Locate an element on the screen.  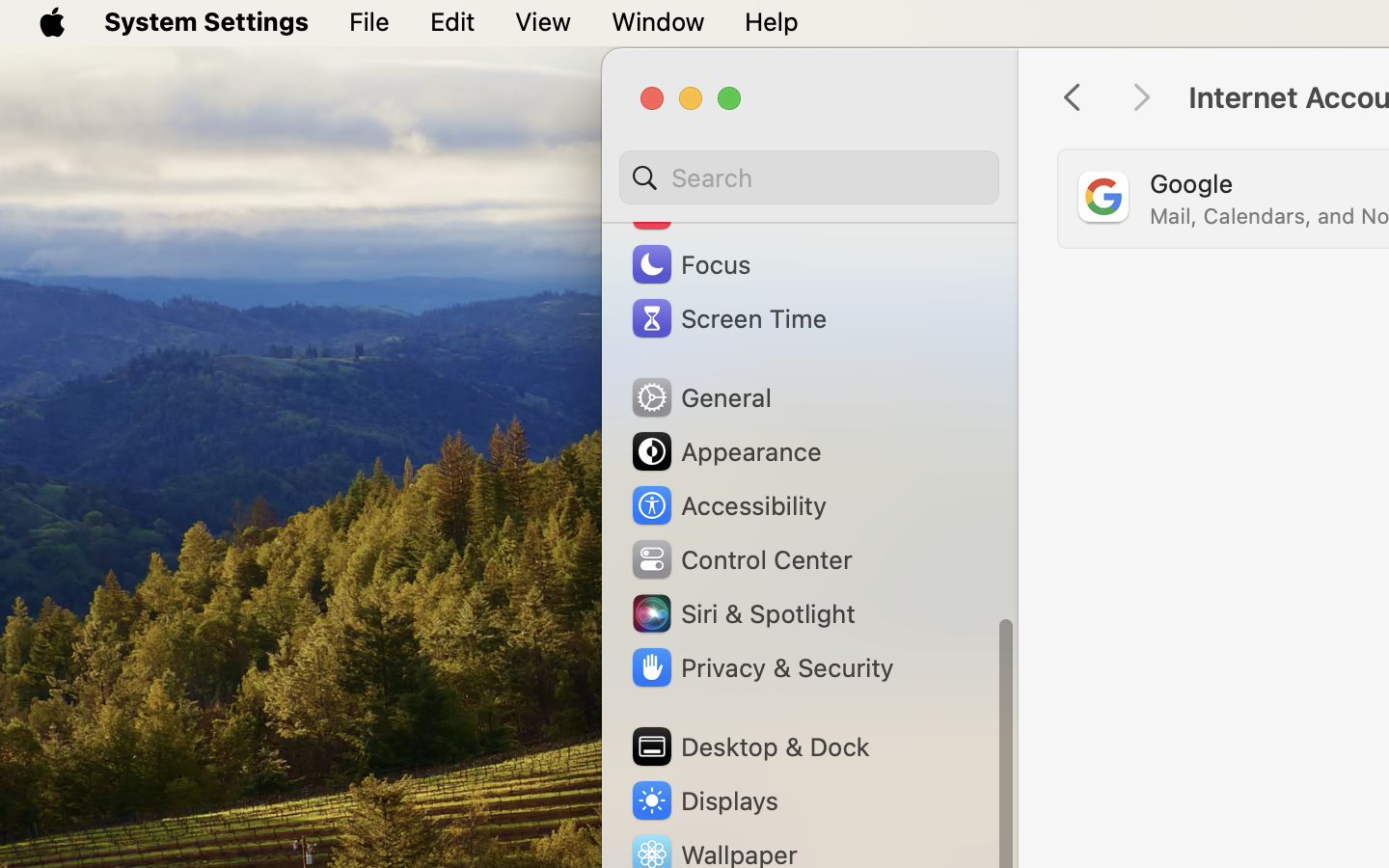
'Screen Time' is located at coordinates (726, 317).